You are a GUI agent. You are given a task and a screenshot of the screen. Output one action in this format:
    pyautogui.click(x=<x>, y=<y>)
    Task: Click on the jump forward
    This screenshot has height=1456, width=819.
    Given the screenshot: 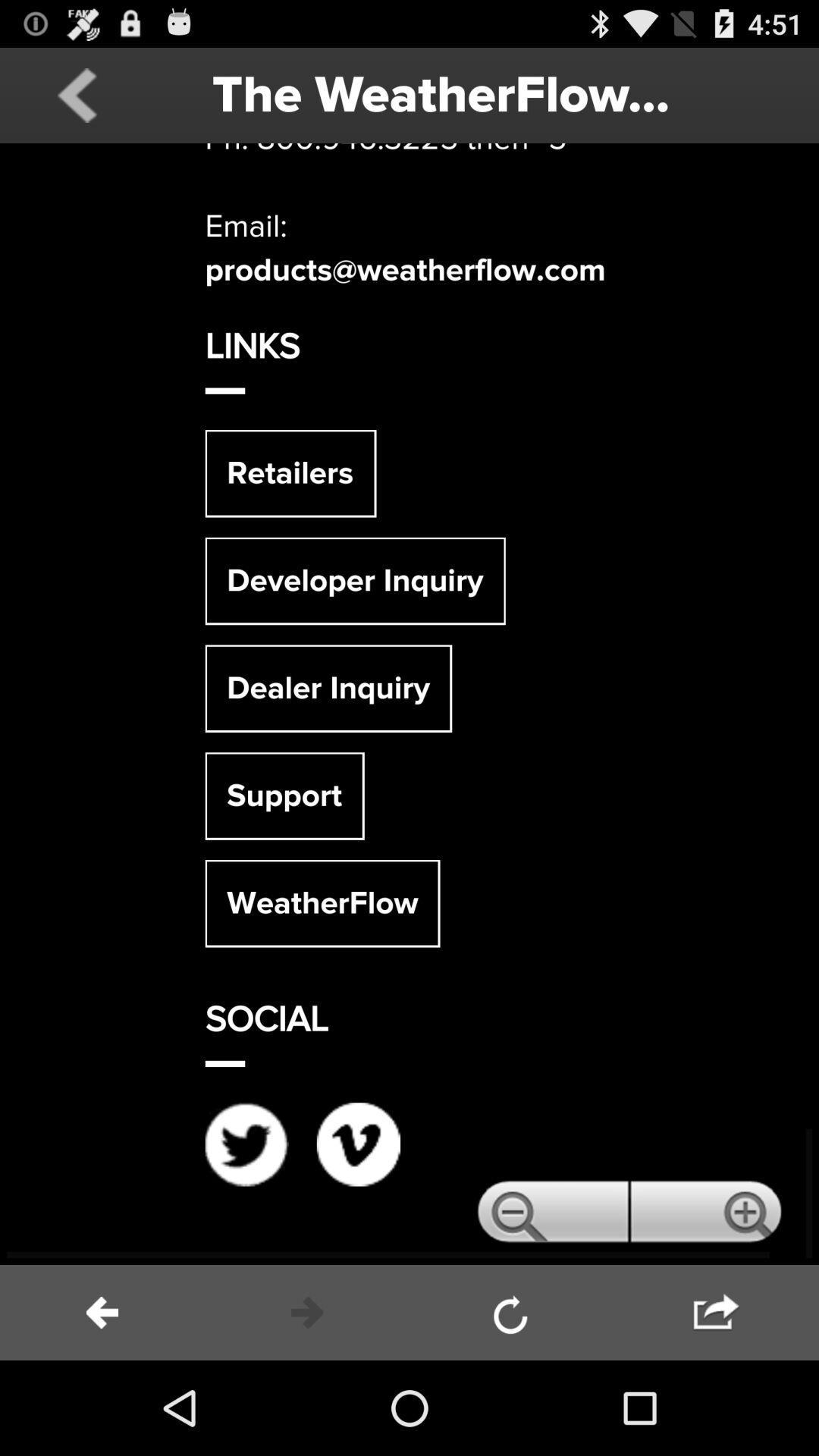 What is the action you would take?
    pyautogui.click(x=717, y=1312)
    